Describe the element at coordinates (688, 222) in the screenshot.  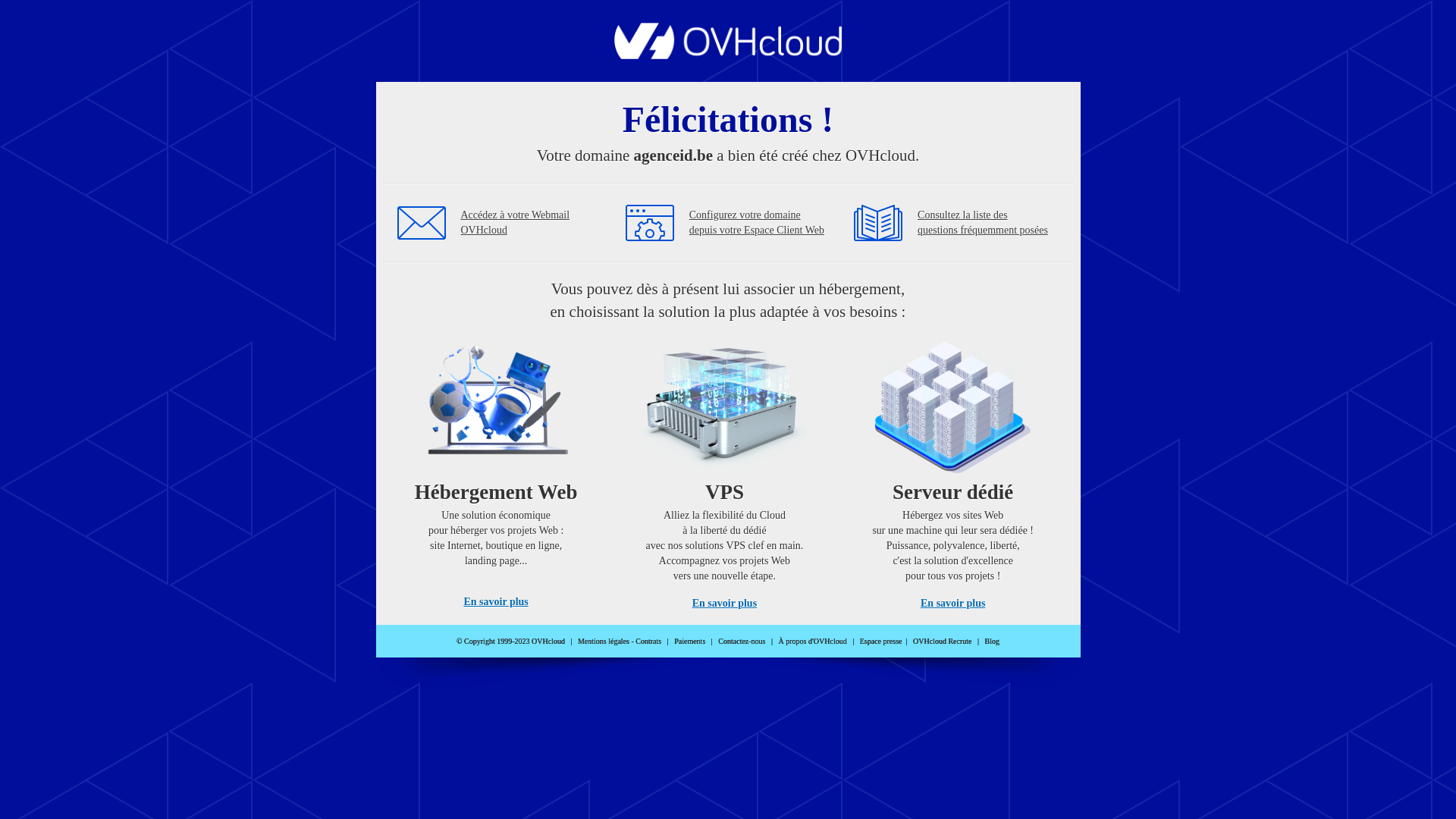
I see `'Configurez votre domaine` at that location.